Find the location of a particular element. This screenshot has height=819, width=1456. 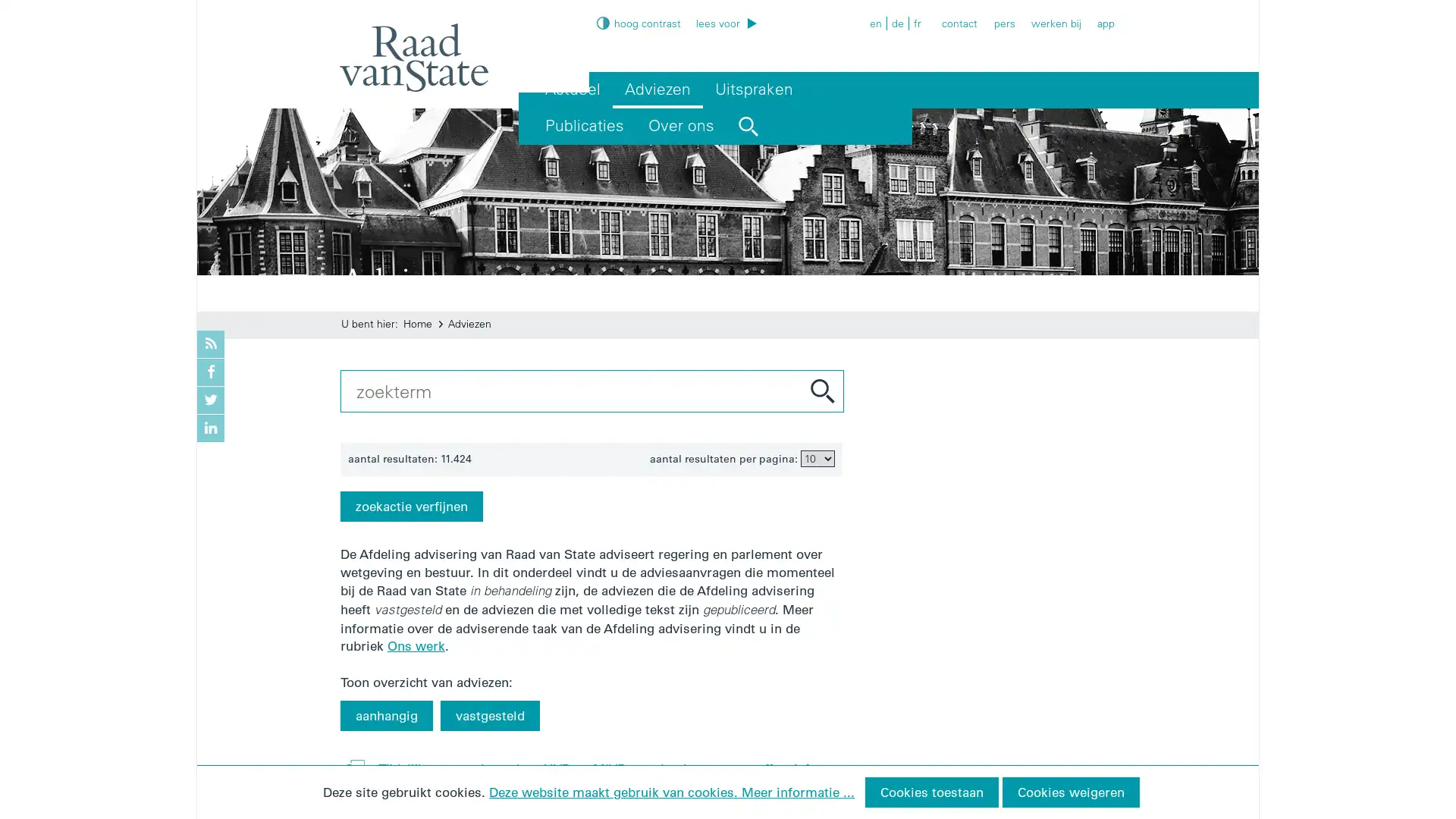

Cookies toestaan is located at coordinates (930, 792).